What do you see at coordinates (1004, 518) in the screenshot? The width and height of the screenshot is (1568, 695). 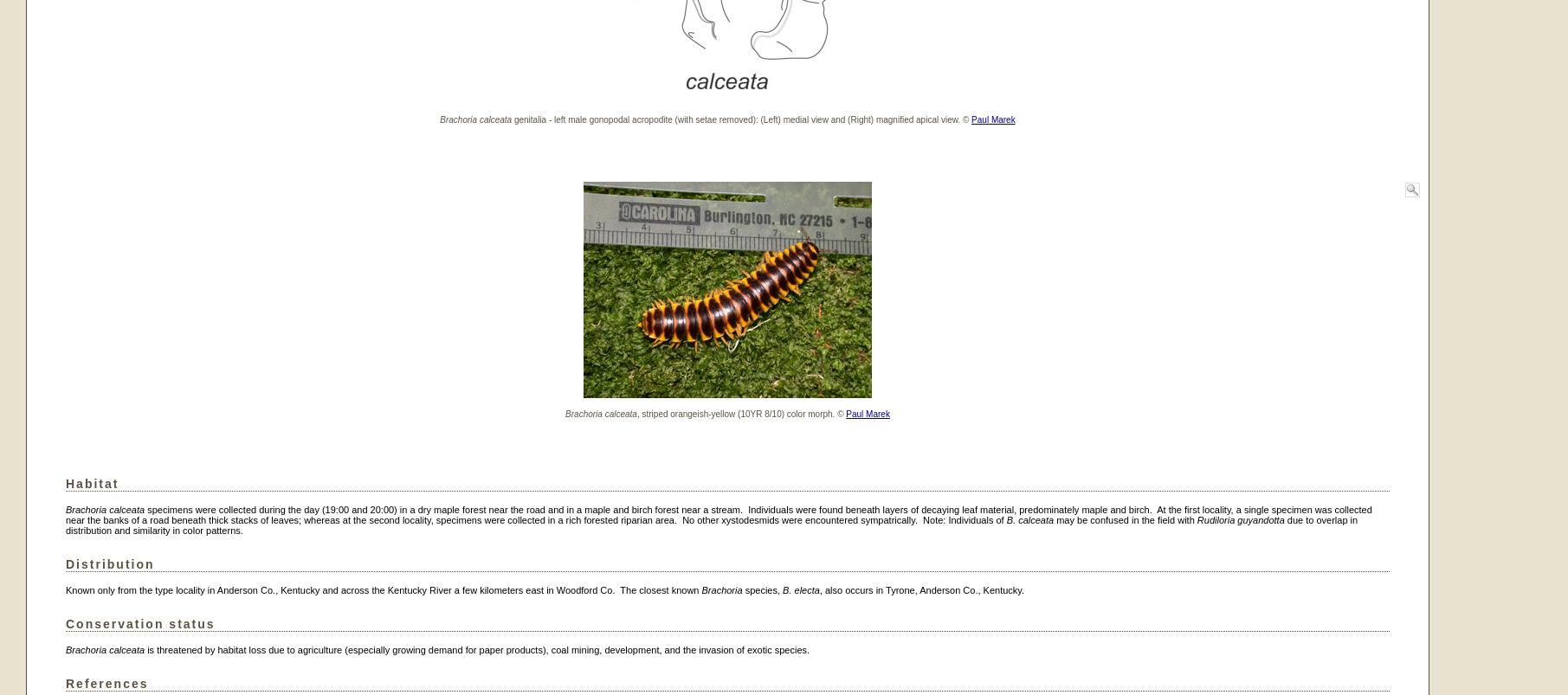 I see `'B. calceata'` at bounding box center [1004, 518].